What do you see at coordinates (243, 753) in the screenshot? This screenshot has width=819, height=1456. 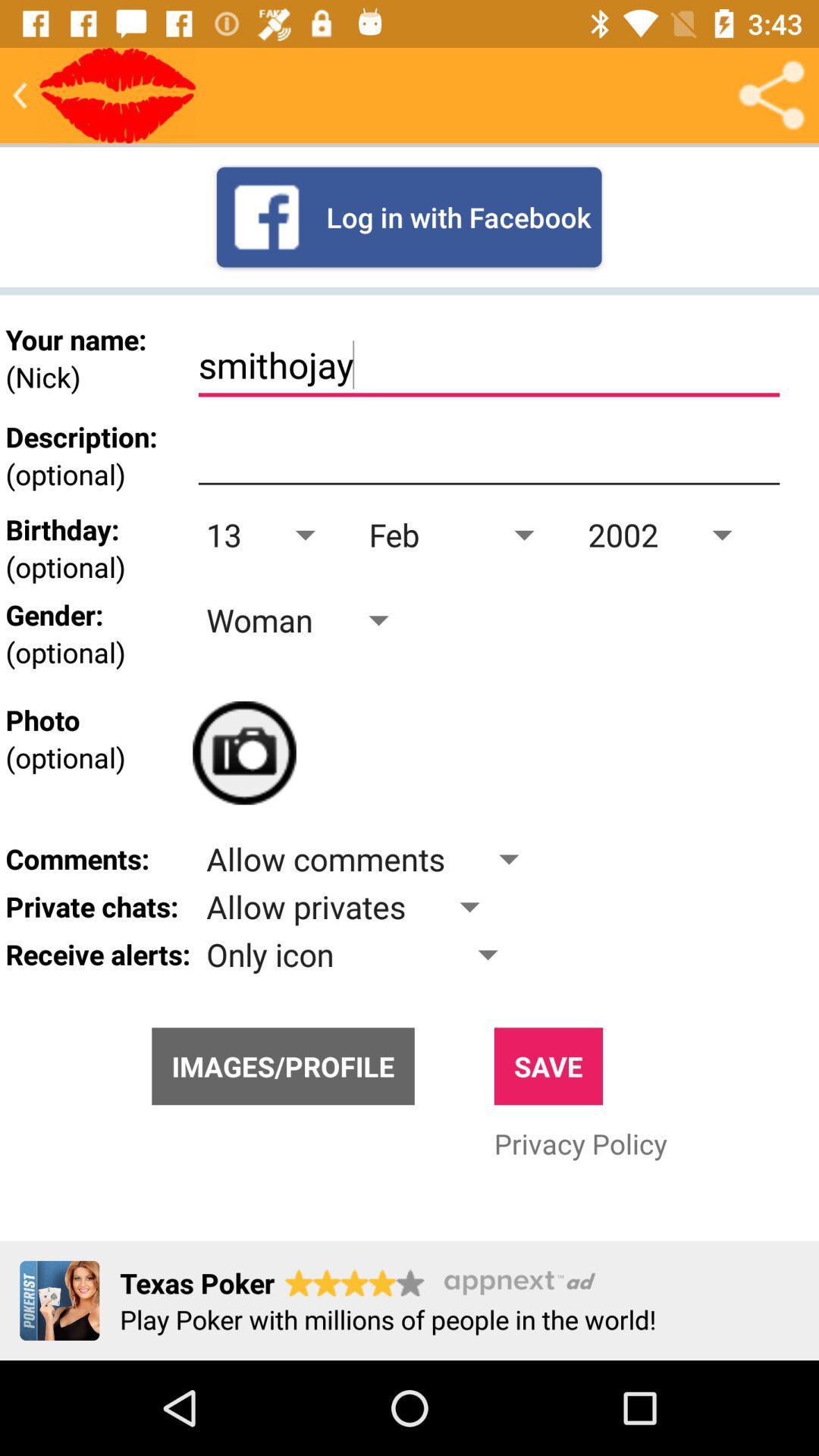 I see `click camera option` at bounding box center [243, 753].